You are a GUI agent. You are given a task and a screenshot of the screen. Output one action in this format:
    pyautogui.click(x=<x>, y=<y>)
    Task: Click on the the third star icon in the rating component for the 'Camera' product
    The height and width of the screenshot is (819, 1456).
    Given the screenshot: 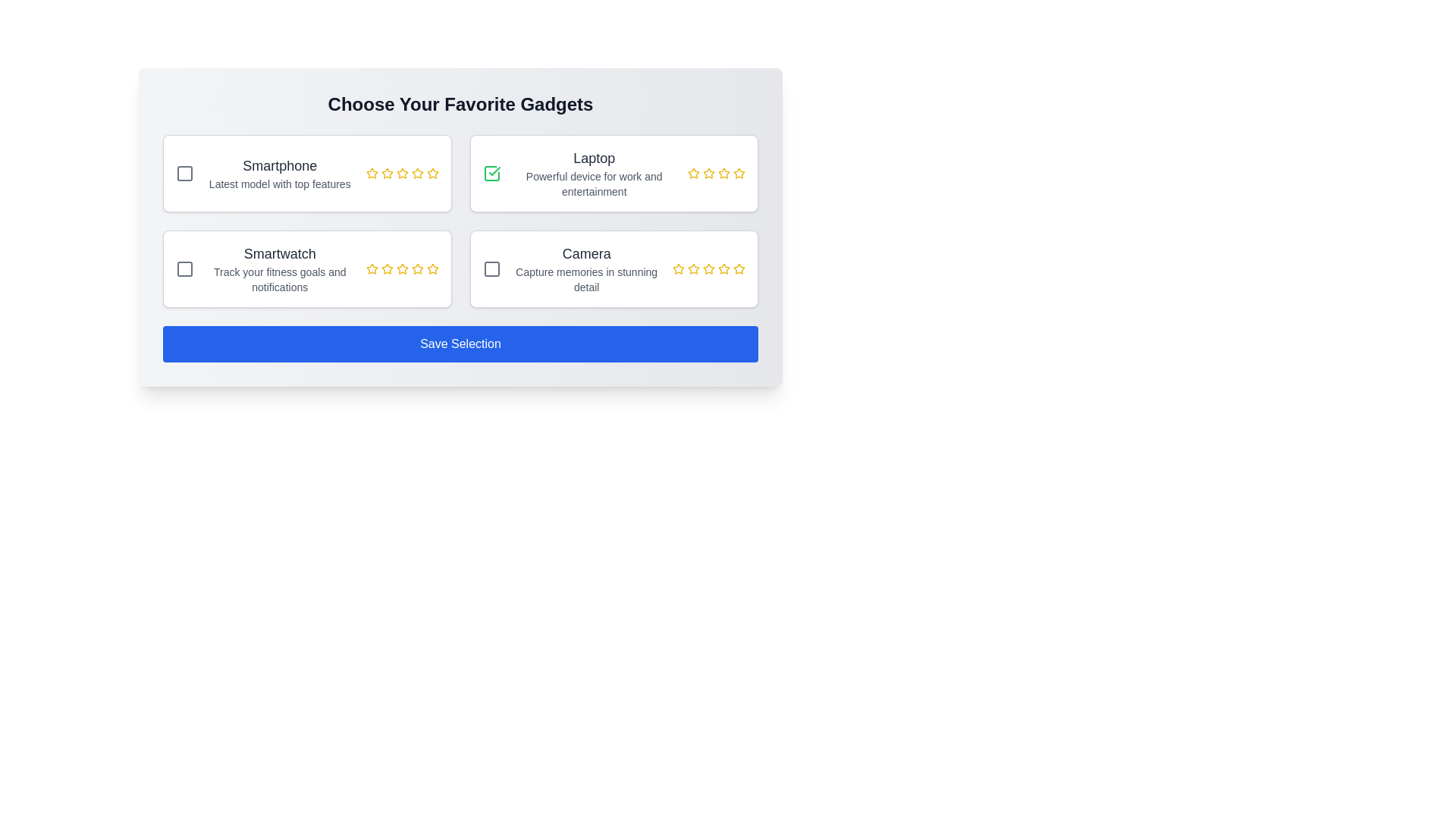 What is the action you would take?
    pyautogui.click(x=708, y=268)
    